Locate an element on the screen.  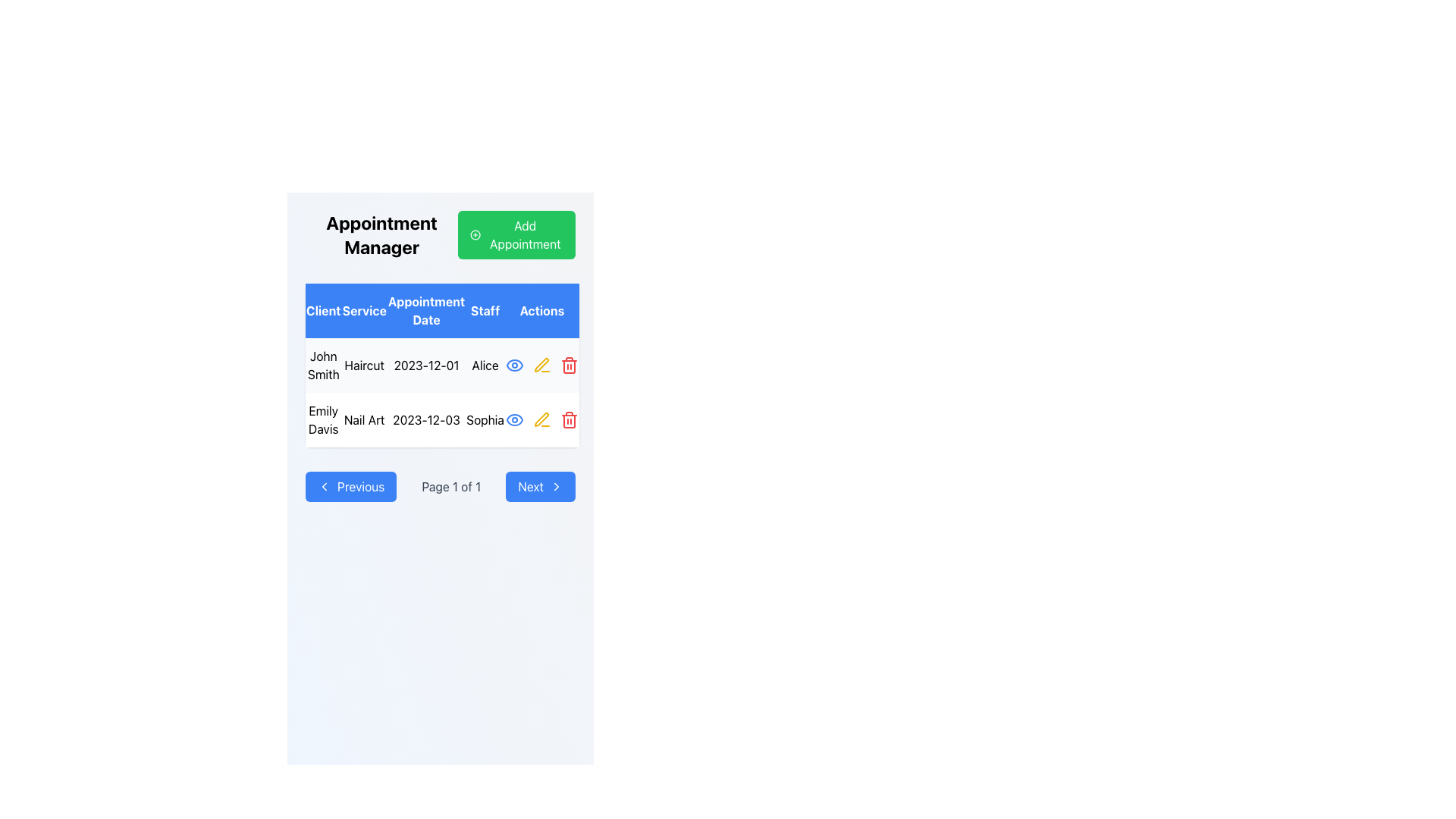
the Edit icon button located in the Actions column for the first row of the table, associated with Alice's Haircut service scheduled on 2023-12-01 to trigger the hover effect is located at coordinates (541, 366).